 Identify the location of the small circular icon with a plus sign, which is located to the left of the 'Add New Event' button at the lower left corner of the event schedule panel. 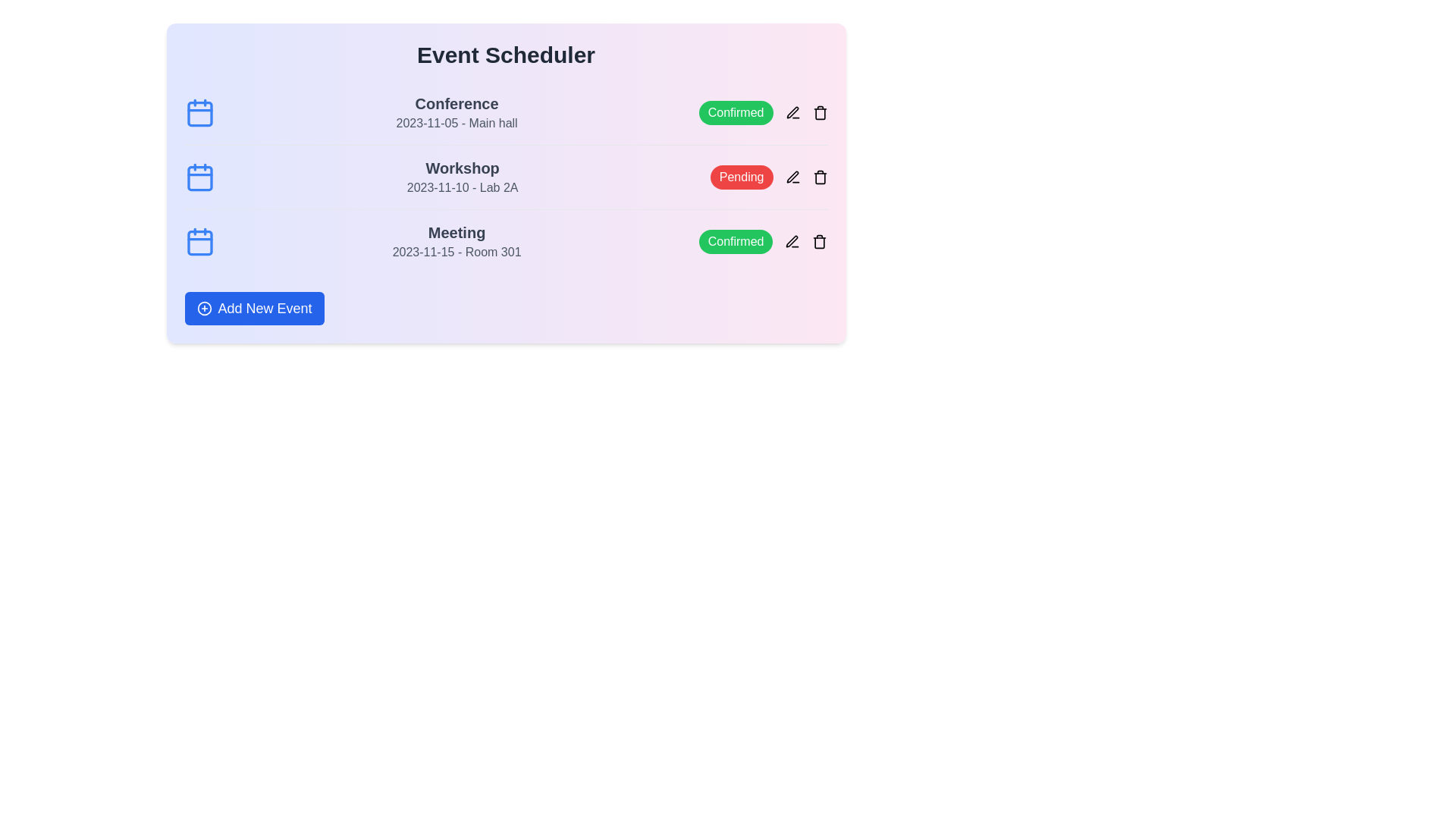
(203, 308).